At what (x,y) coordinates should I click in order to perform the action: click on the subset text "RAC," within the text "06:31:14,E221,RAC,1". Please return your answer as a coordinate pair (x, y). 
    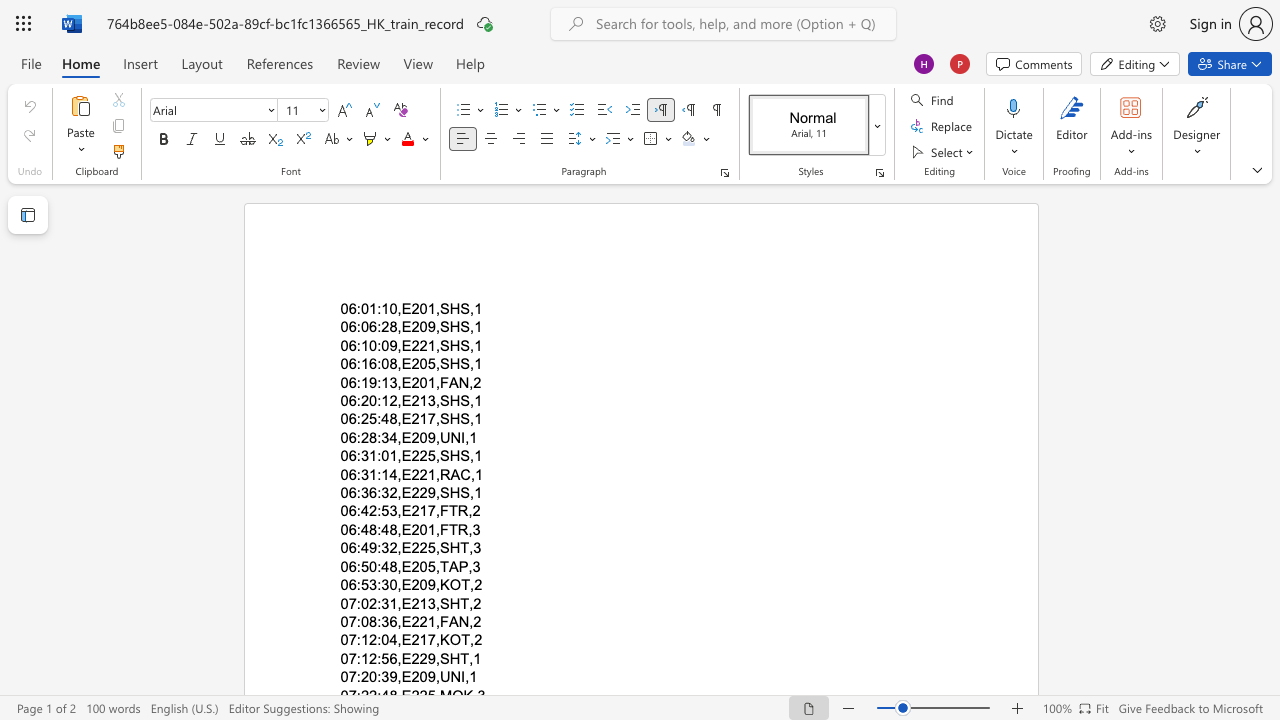
    Looking at the image, I should click on (438, 474).